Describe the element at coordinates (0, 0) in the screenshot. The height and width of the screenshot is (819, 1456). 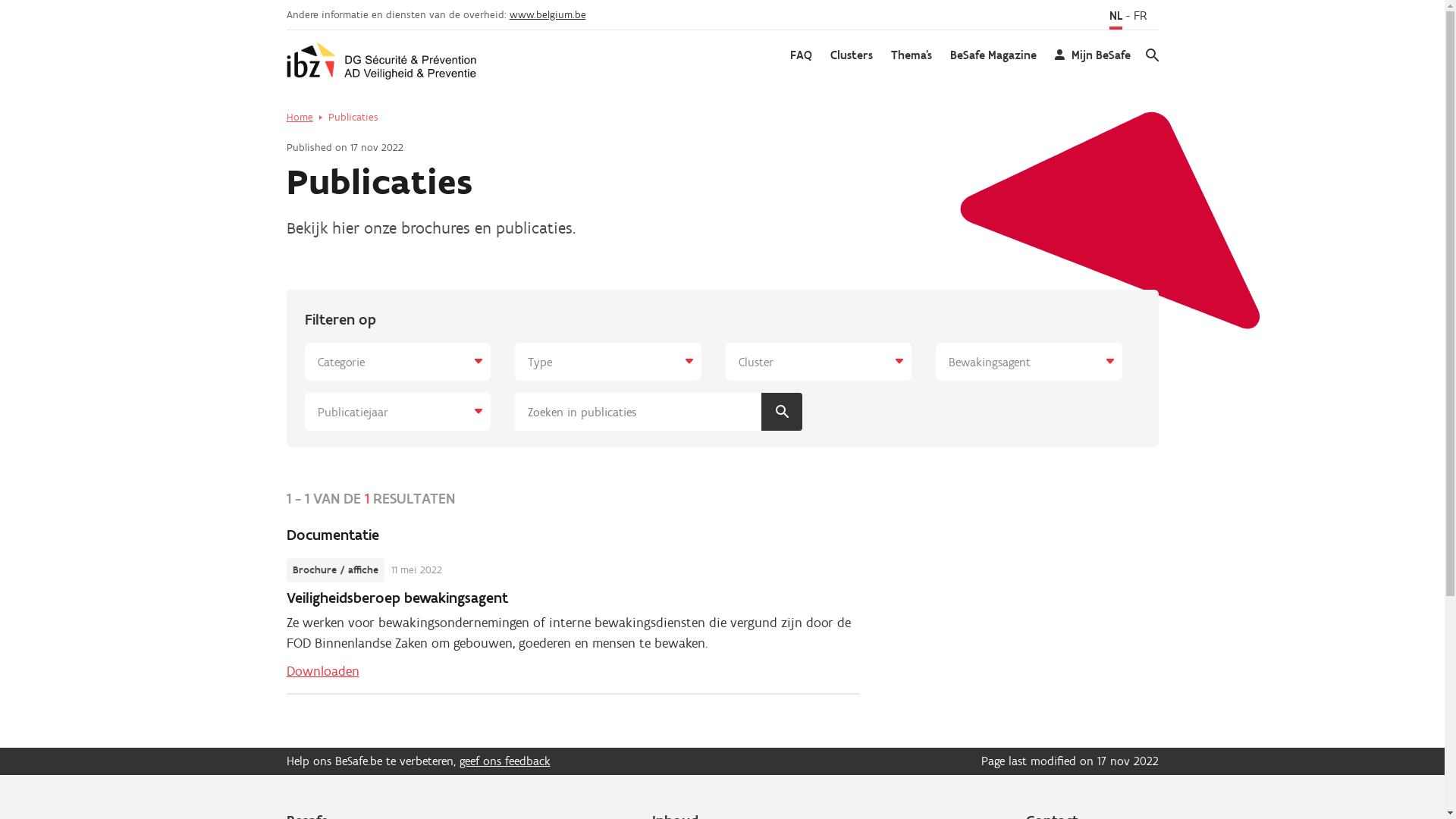
I see `'Overslaan en naar de inhoud gaan'` at that location.